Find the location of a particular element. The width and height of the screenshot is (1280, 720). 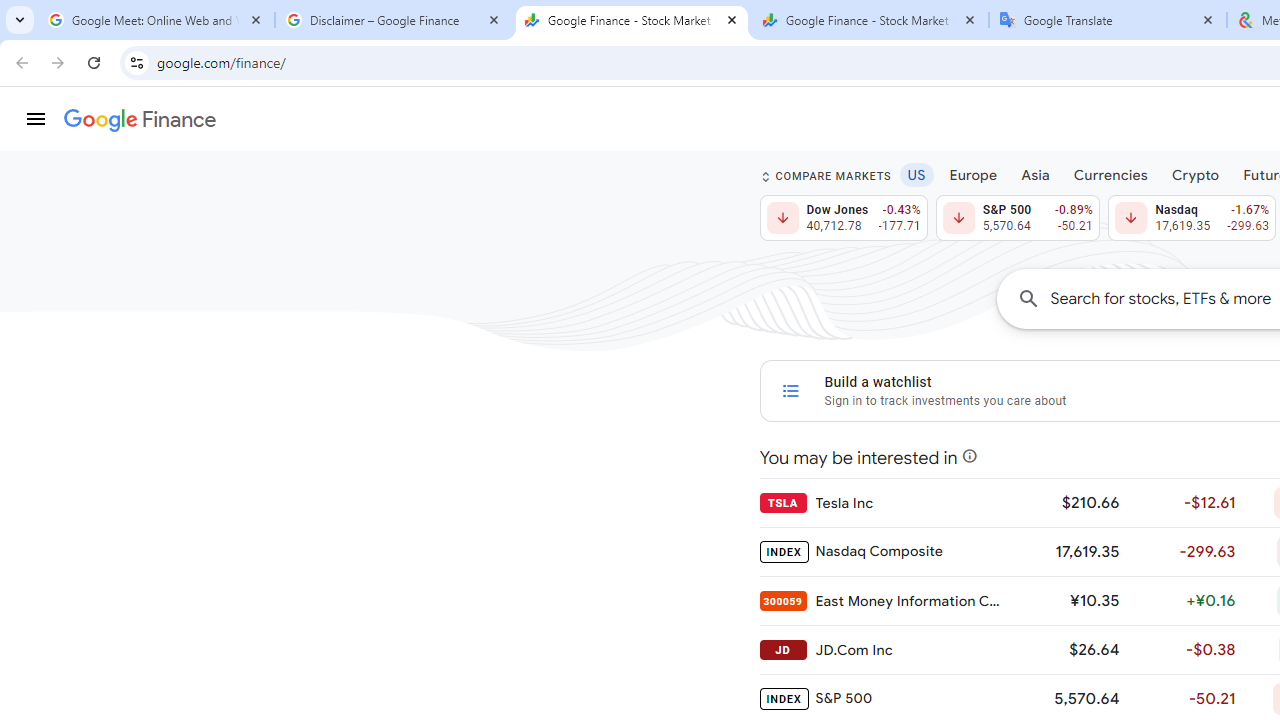

'Crypto' is located at coordinates (1195, 173).